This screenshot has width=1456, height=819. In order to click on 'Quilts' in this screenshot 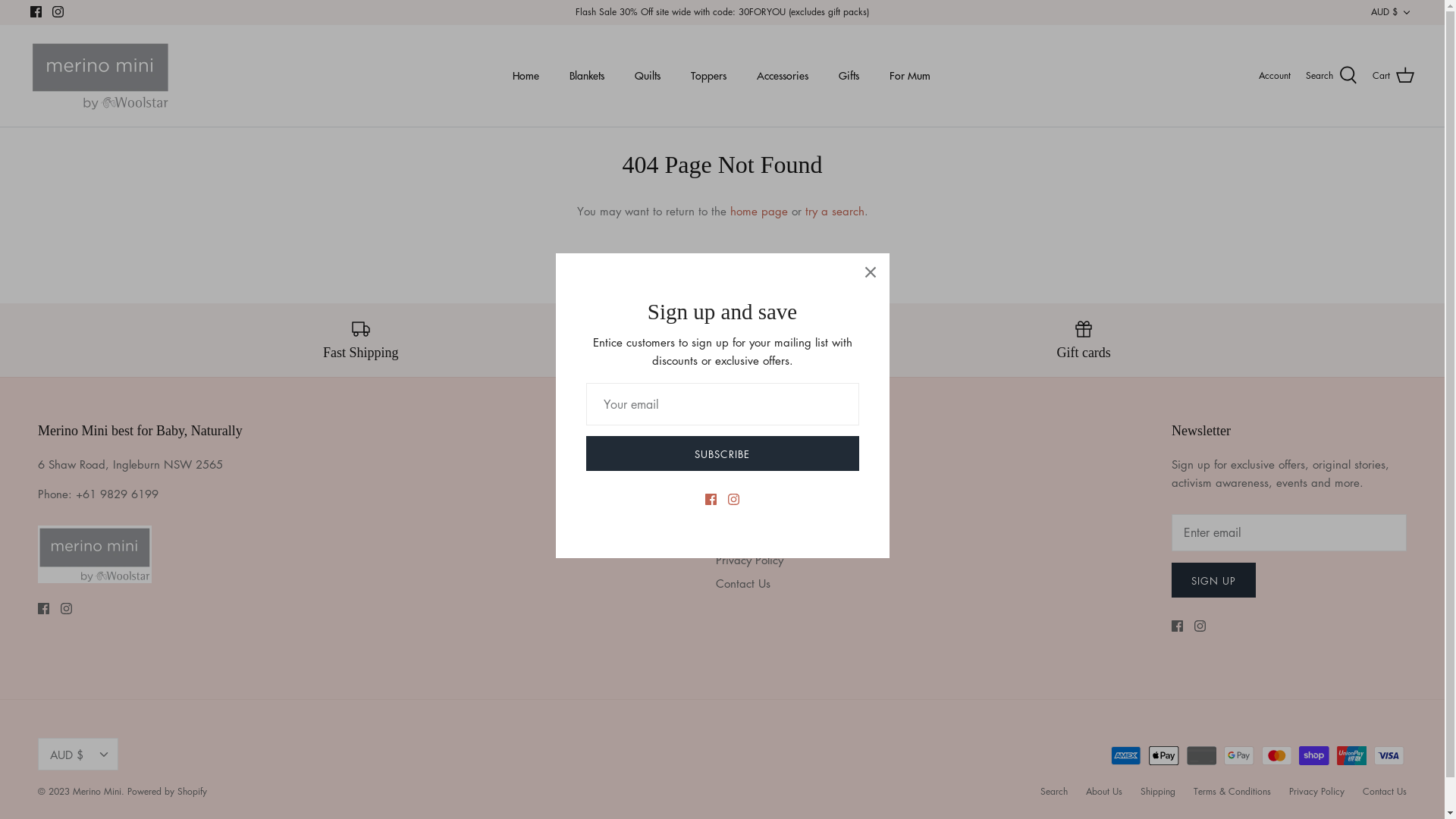, I will do `click(647, 75)`.